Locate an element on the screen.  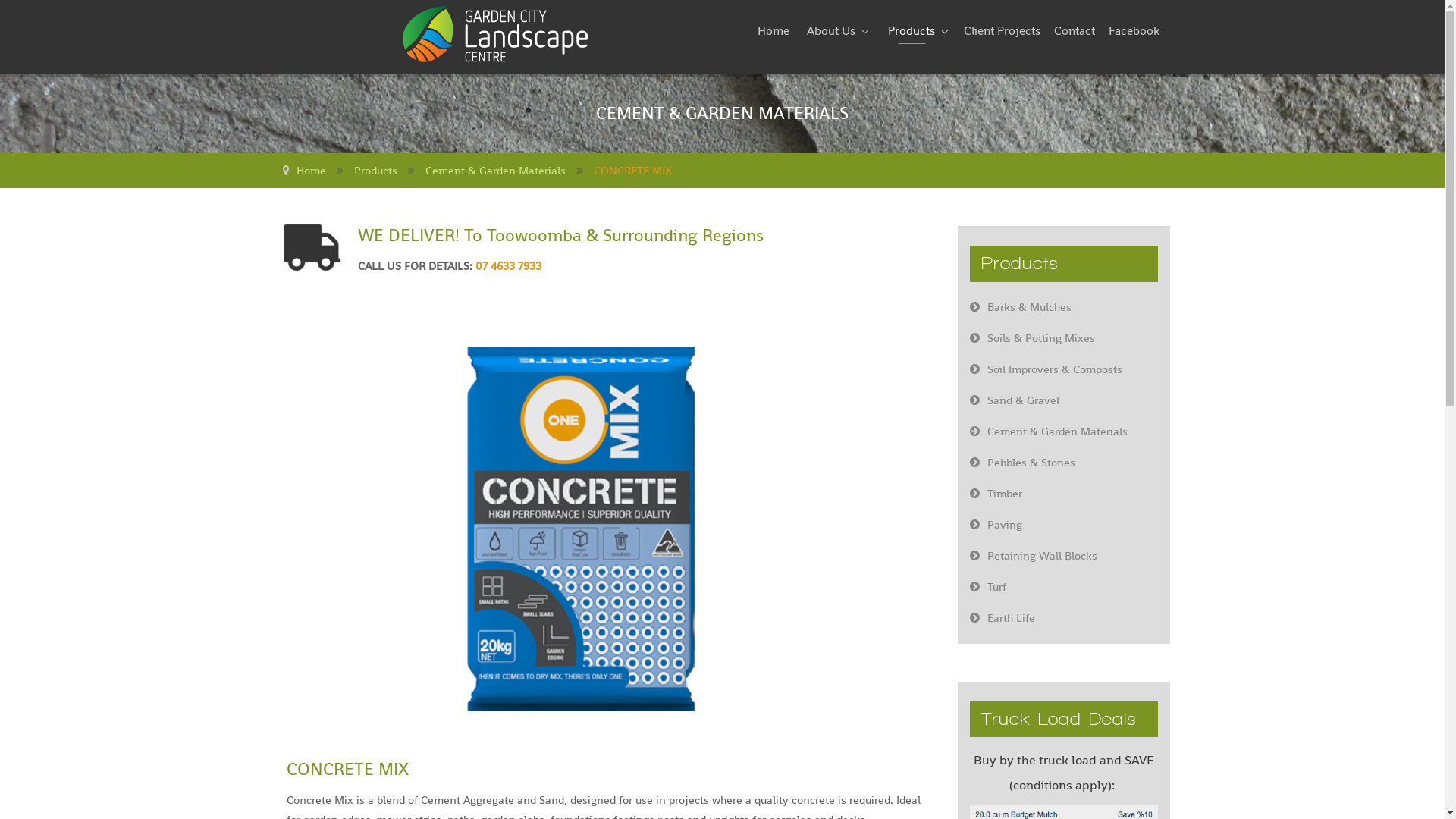
'Contact' is located at coordinates (1073, 31).